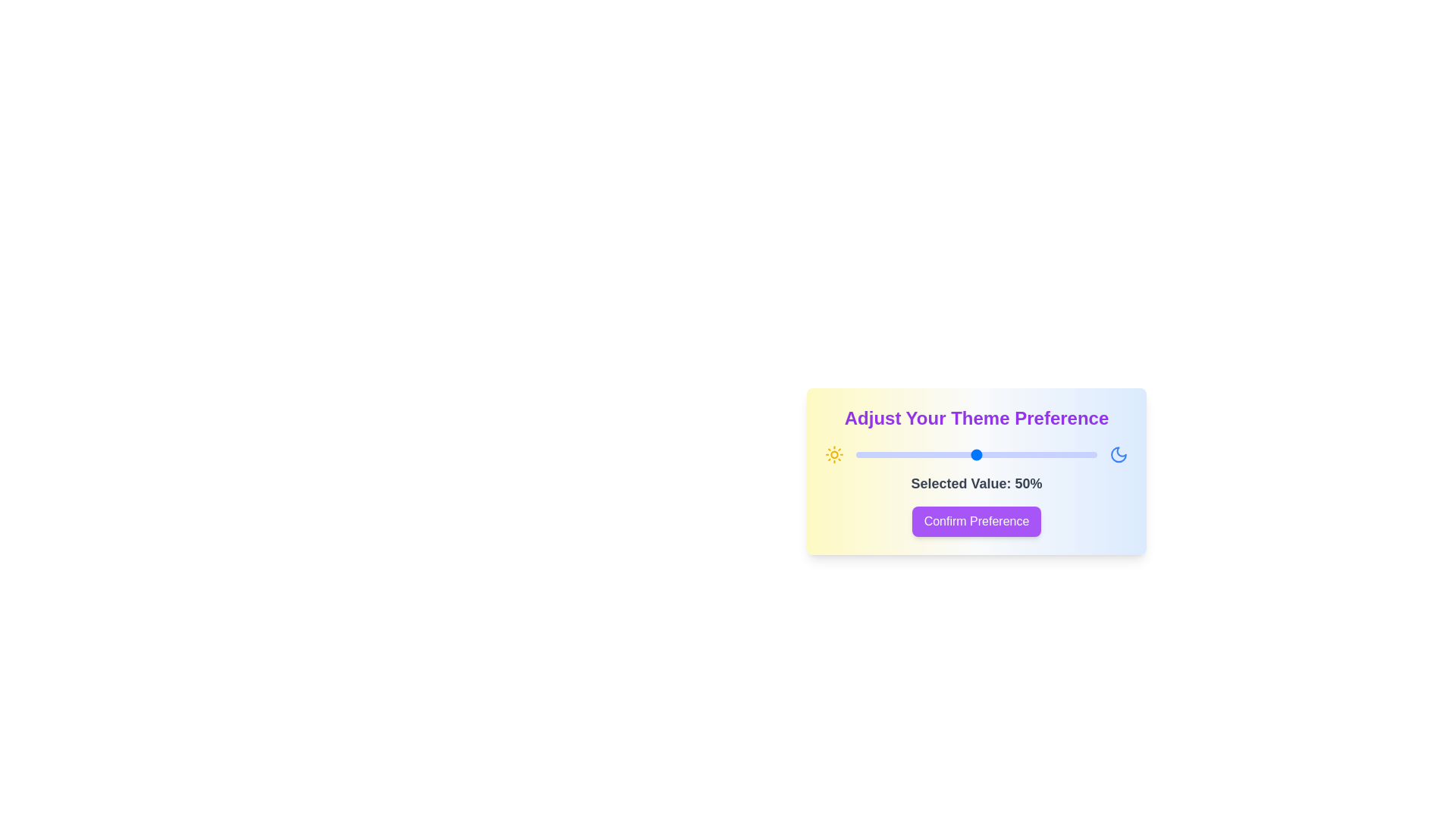 The height and width of the screenshot is (819, 1456). What do you see at coordinates (1119, 454) in the screenshot?
I see `the crescent moon shaped SVG icon located to the right side of the dialog box labeled 'Adjust Your Theme Preference', above the 'Confirm Preference' button` at bounding box center [1119, 454].